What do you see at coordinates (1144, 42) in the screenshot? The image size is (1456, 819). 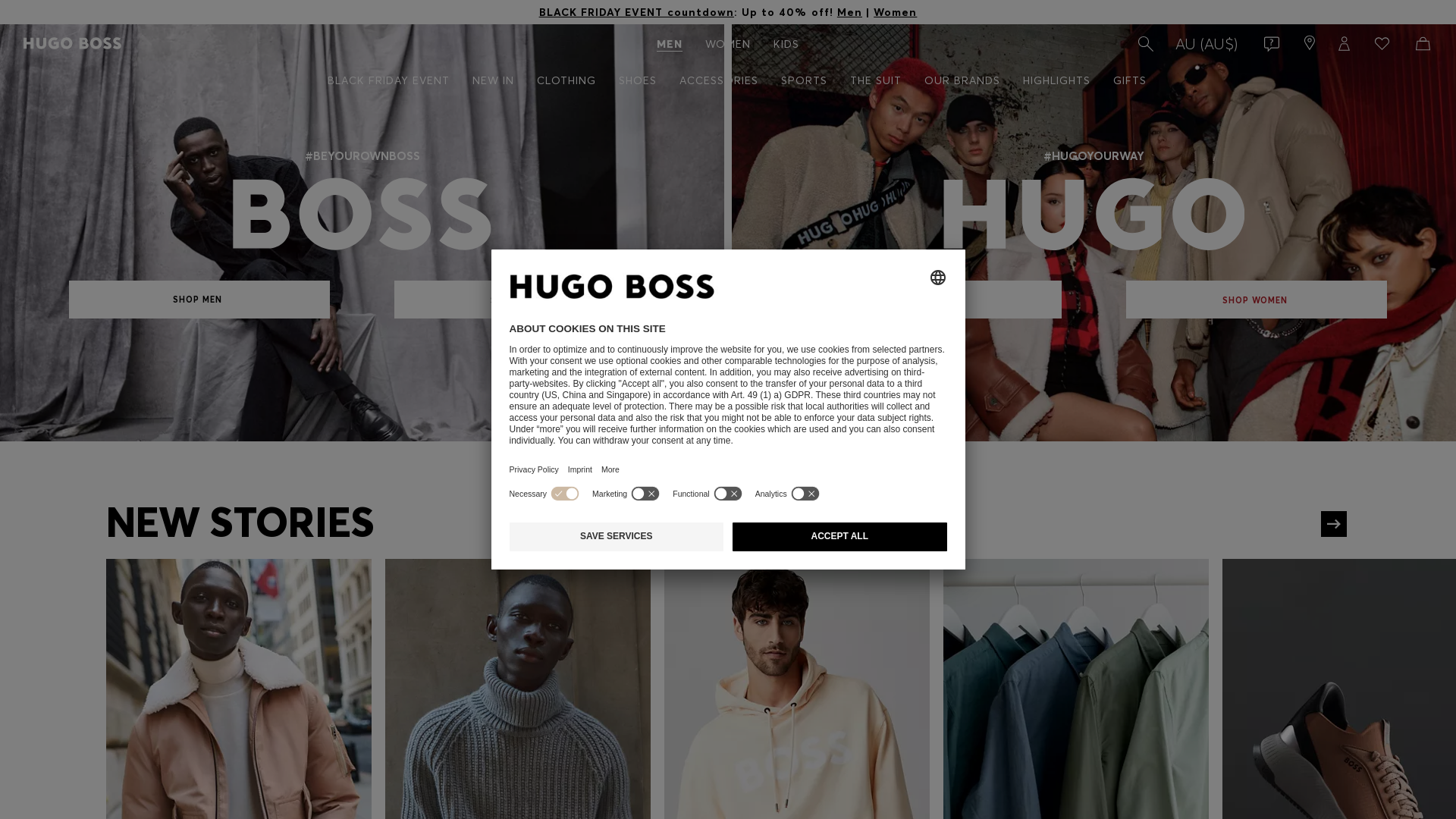 I see `'Search'` at bounding box center [1144, 42].